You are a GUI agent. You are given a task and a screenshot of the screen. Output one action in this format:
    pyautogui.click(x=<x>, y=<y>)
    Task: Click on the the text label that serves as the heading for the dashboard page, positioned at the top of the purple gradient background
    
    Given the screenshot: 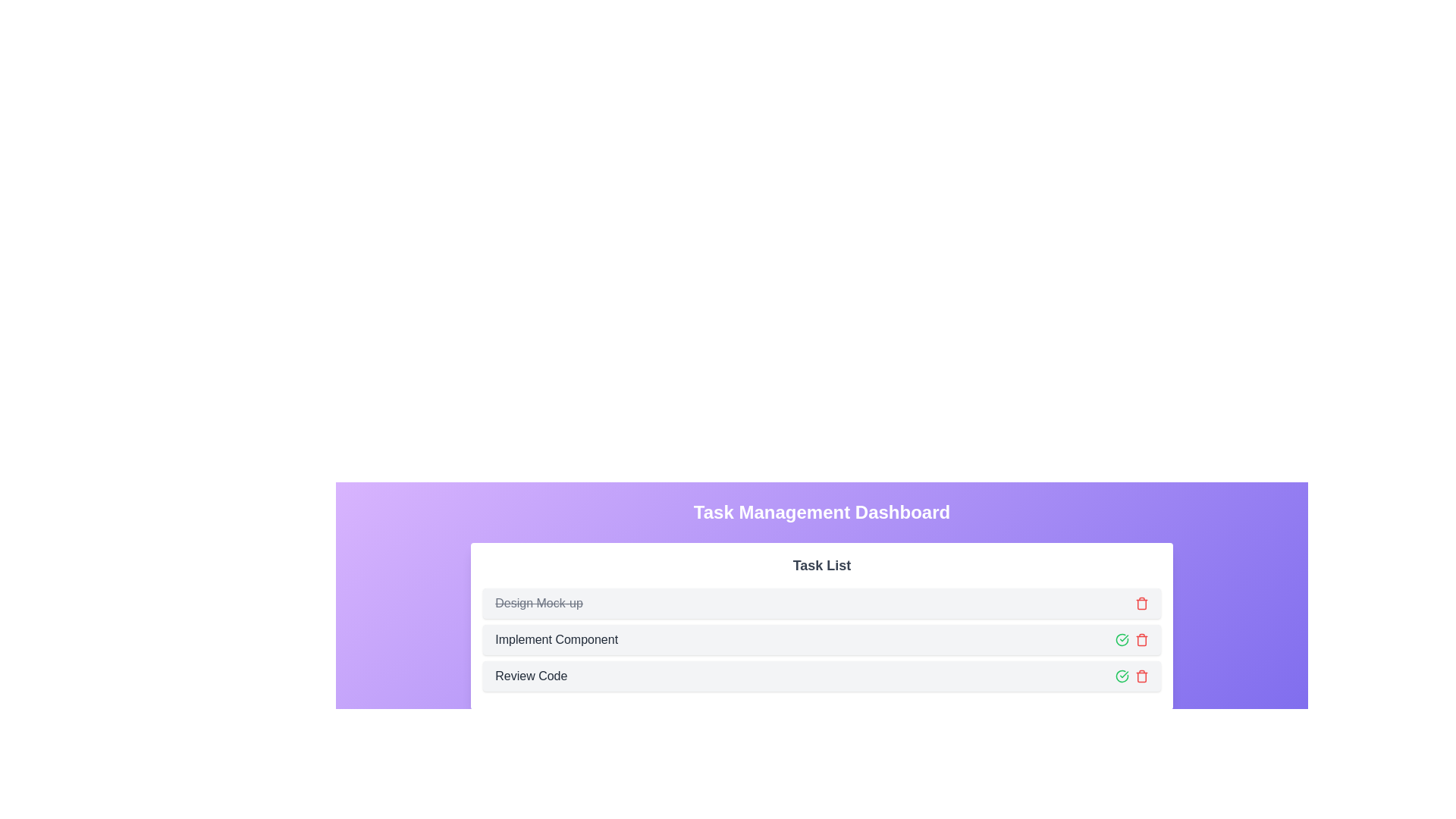 What is the action you would take?
    pyautogui.click(x=821, y=512)
    